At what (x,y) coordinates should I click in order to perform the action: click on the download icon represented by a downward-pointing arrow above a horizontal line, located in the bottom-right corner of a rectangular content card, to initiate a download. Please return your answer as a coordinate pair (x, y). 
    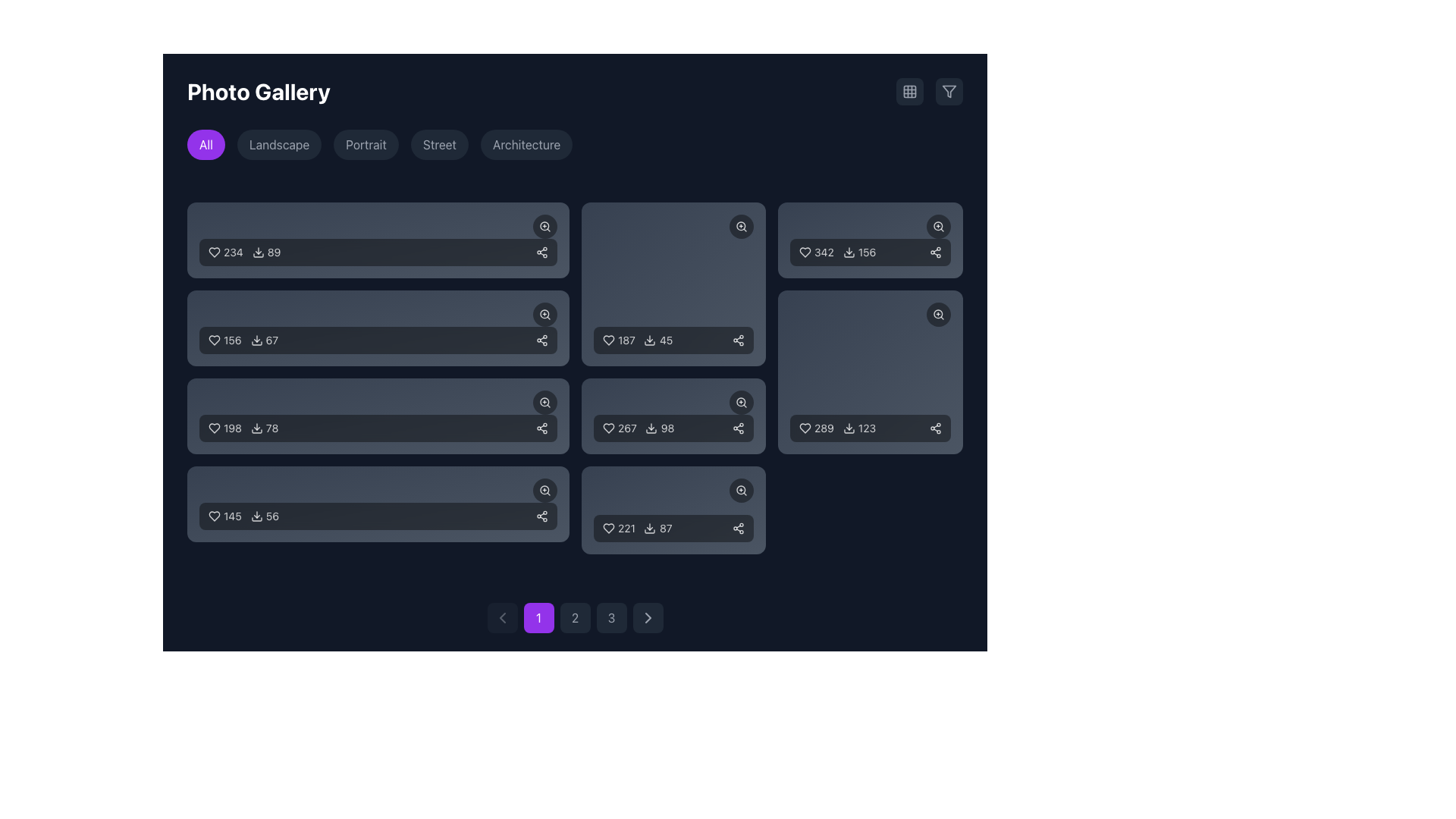
    Looking at the image, I should click on (650, 339).